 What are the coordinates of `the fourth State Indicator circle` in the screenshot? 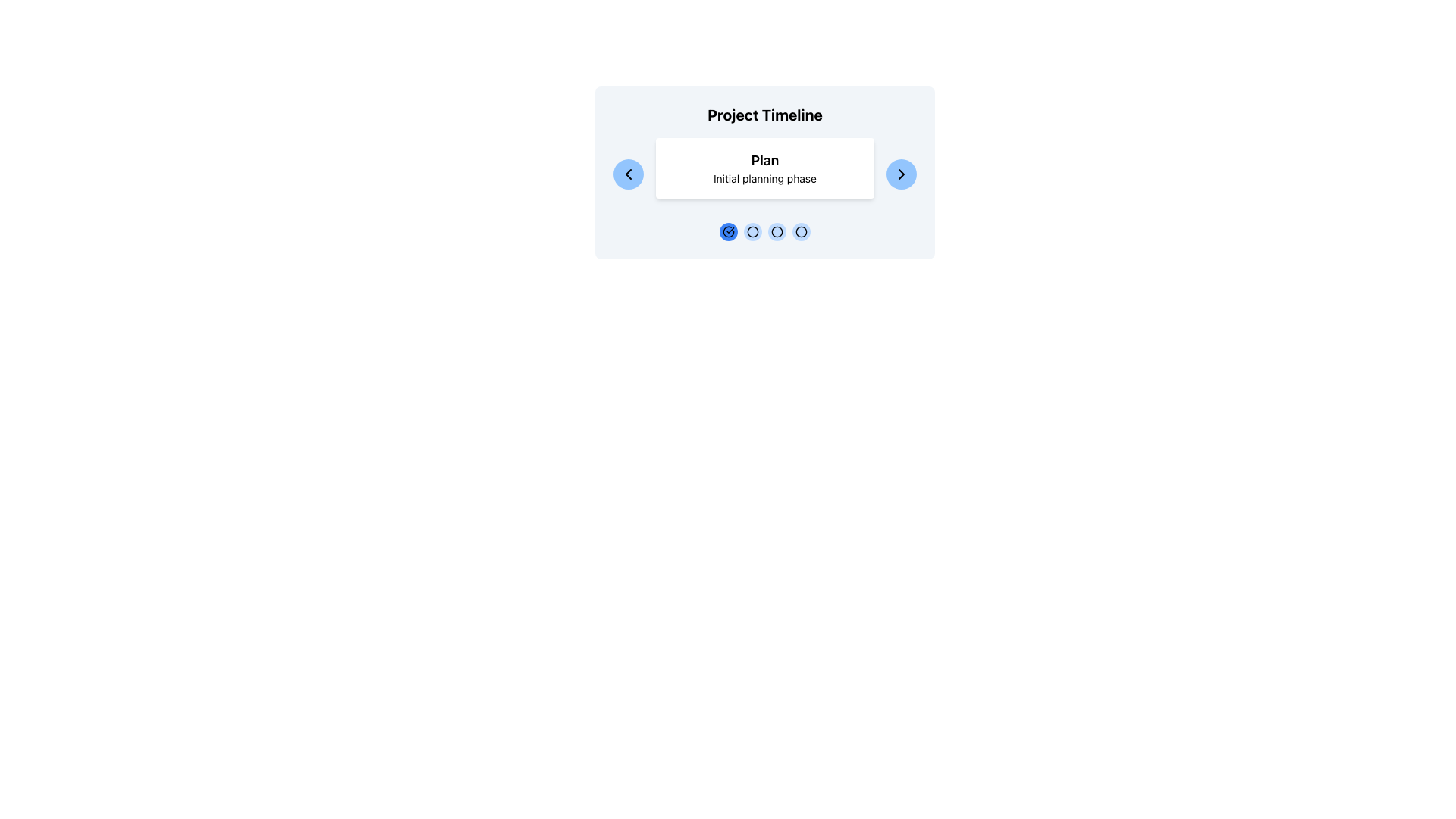 It's located at (800, 231).